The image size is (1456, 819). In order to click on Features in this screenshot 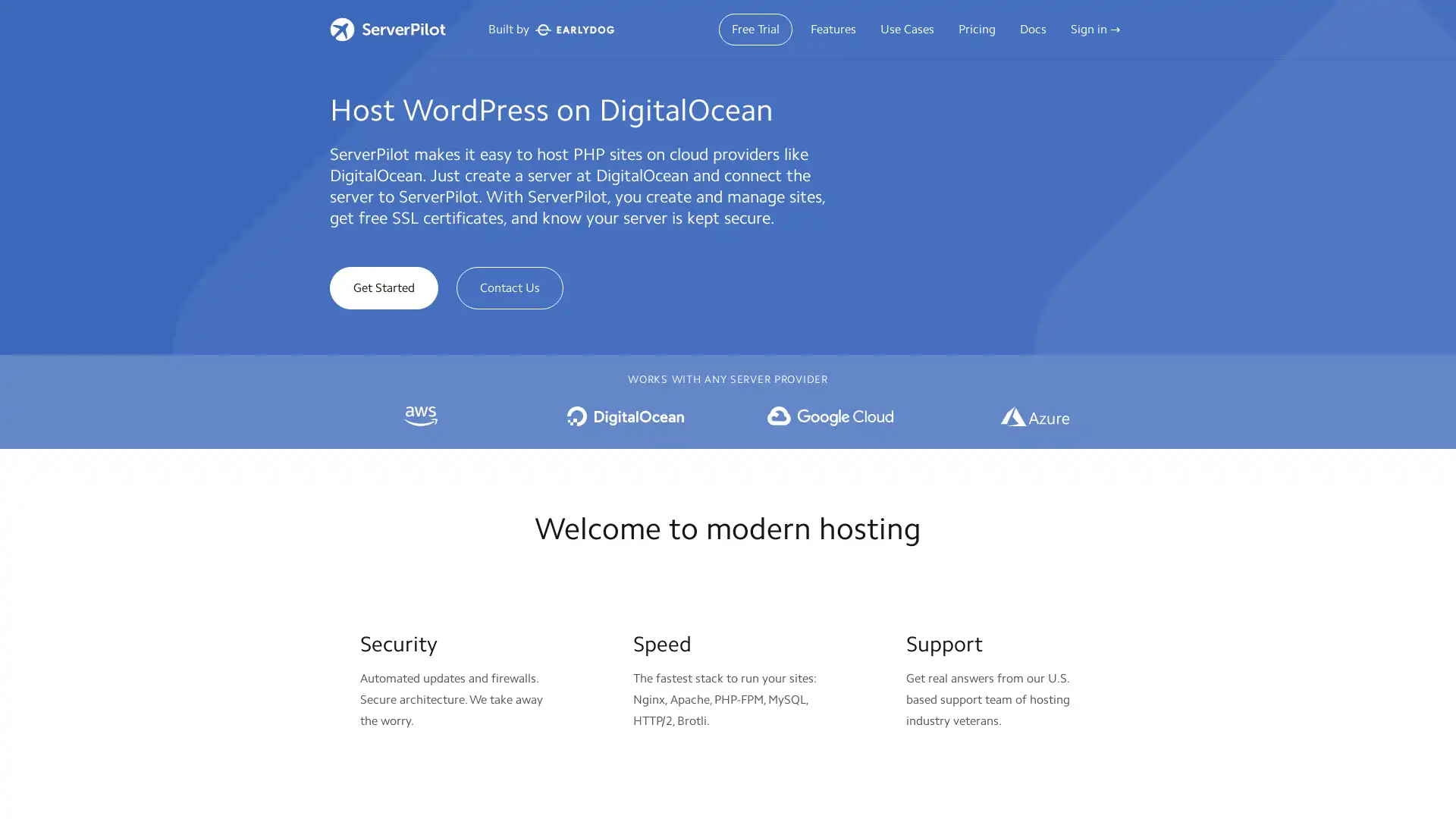, I will do `click(833, 29)`.